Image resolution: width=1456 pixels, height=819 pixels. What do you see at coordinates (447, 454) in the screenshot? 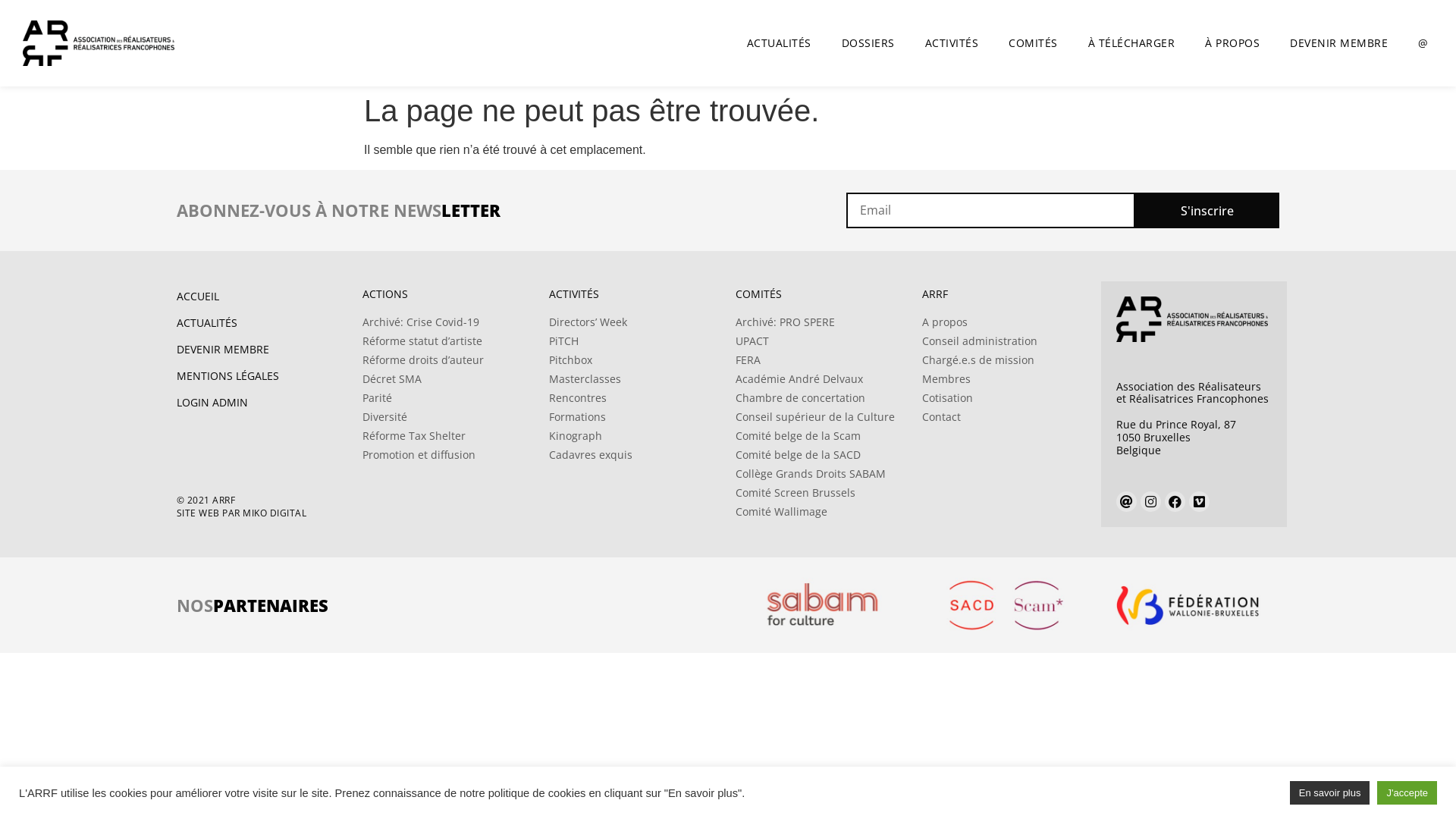
I see `'Promotion et diffusion'` at bounding box center [447, 454].